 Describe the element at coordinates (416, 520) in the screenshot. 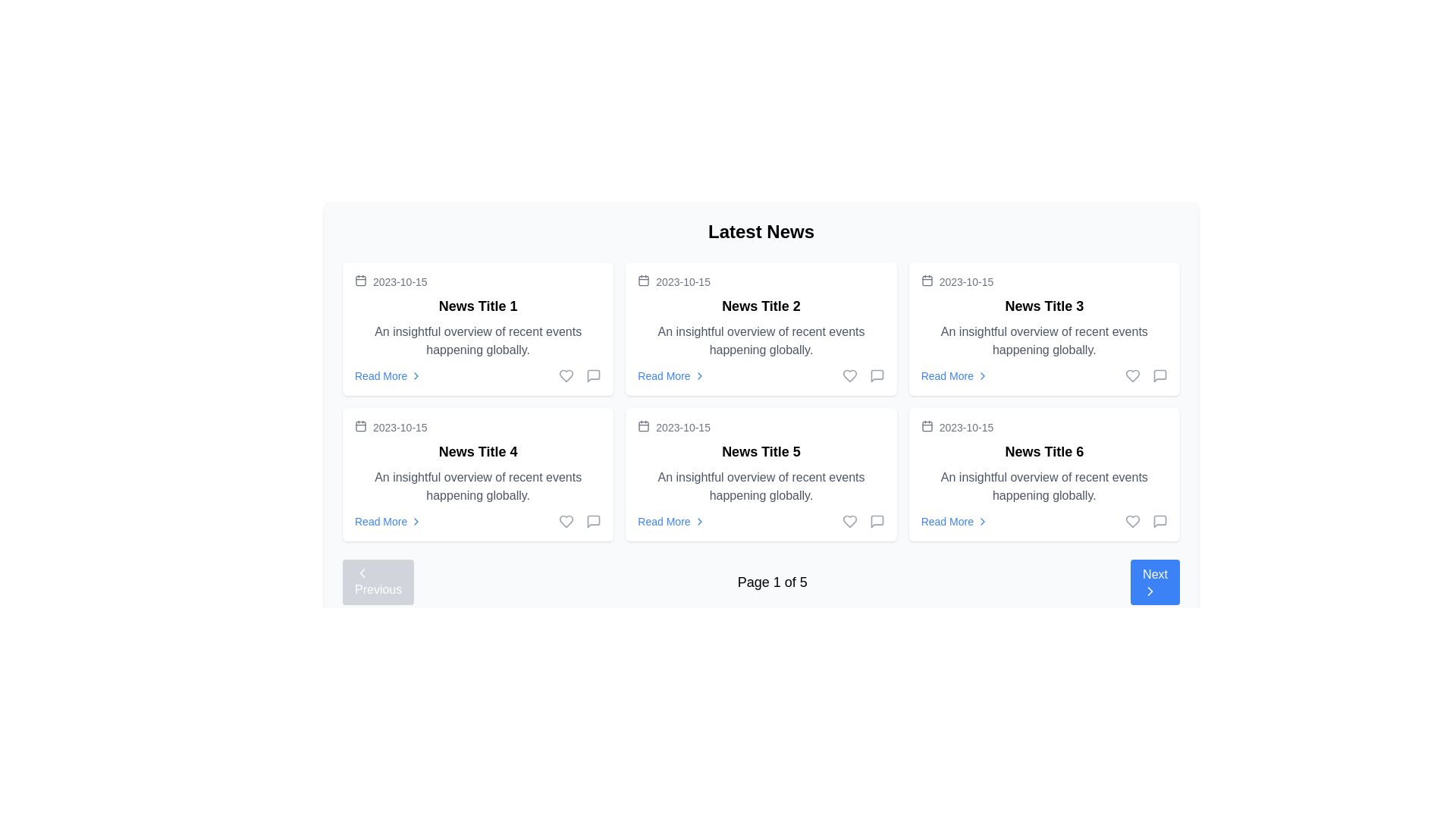

I see `the right-pointing chevron icon located next to the 'Read More' link under the 'News Title 4' section in the 'Latest News' grid layout` at that location.